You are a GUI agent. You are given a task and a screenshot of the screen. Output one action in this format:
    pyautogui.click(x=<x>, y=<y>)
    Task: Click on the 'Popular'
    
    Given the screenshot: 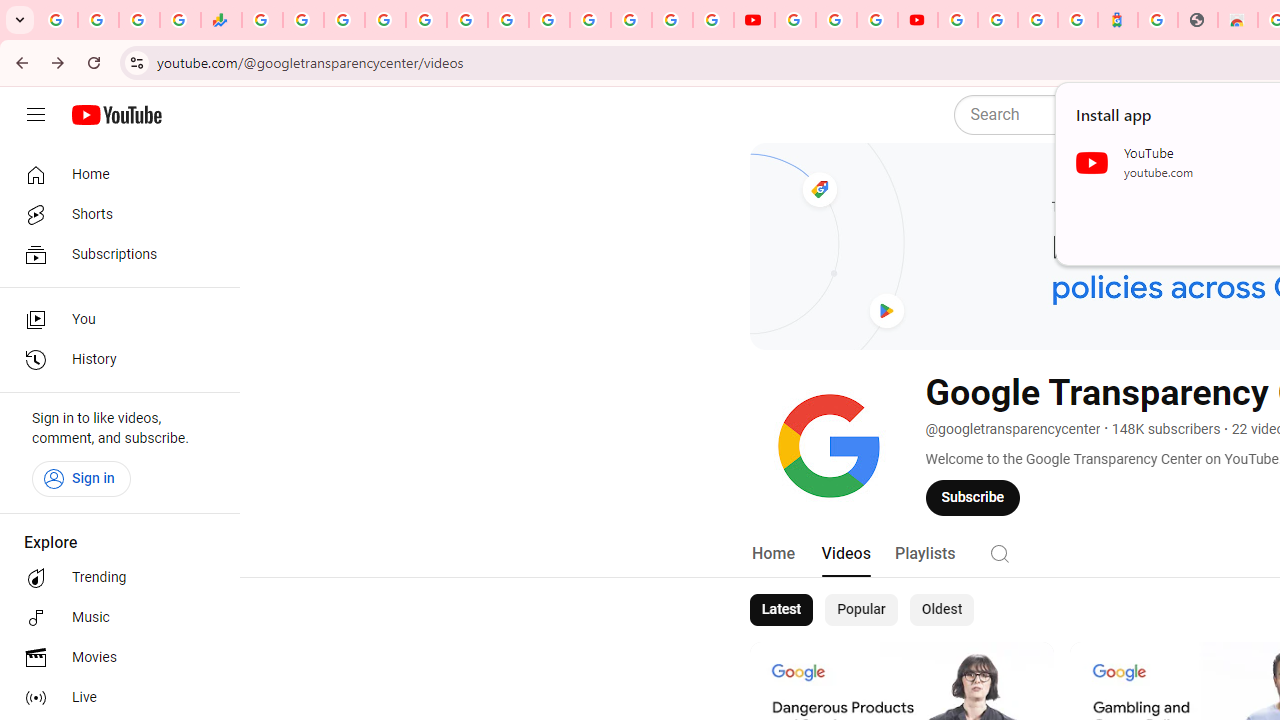 What is the action you would take?
    pyautogui.click(x=861, y=608)
    